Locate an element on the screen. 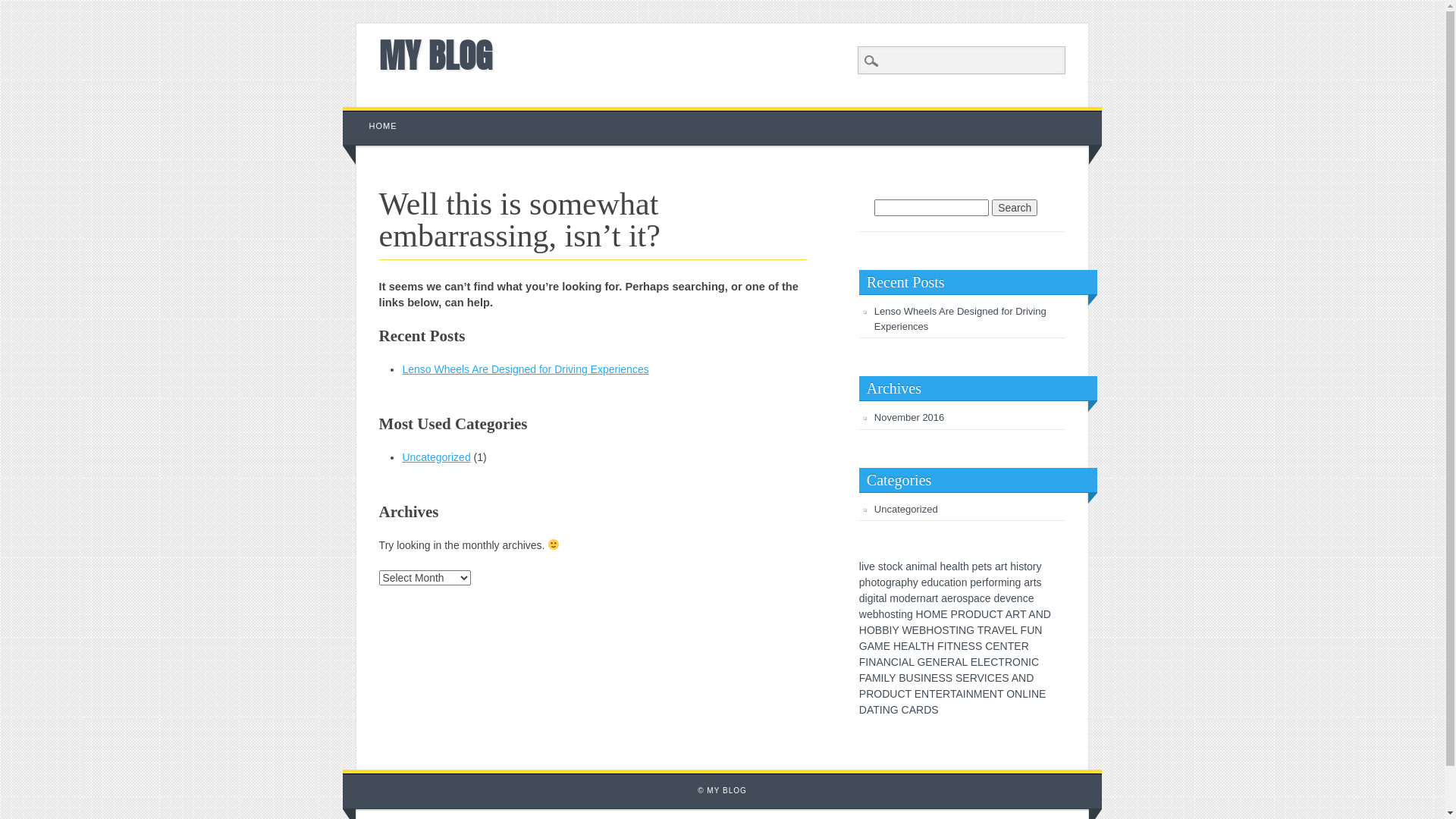 Image resolution: width=1456 pixels, height=819 pixels. 'c' is located at coordinates (1025, 598).